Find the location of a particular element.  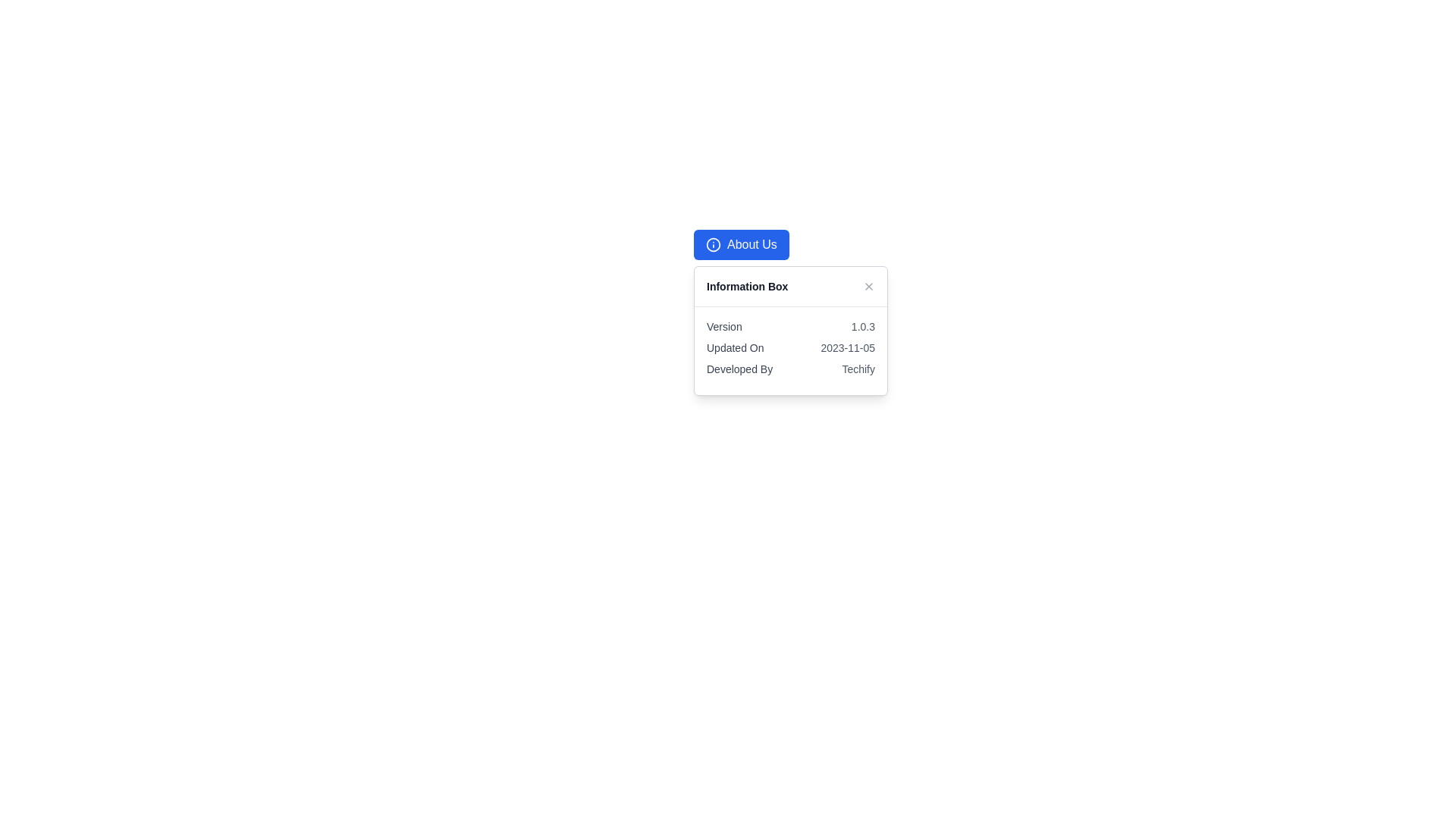

the static text label indicating 'Updated On', which is located in the middle section of the information card, specifically in the left column, adjacent to the date value '2023-11-05' is located at coordinates (735, 348).